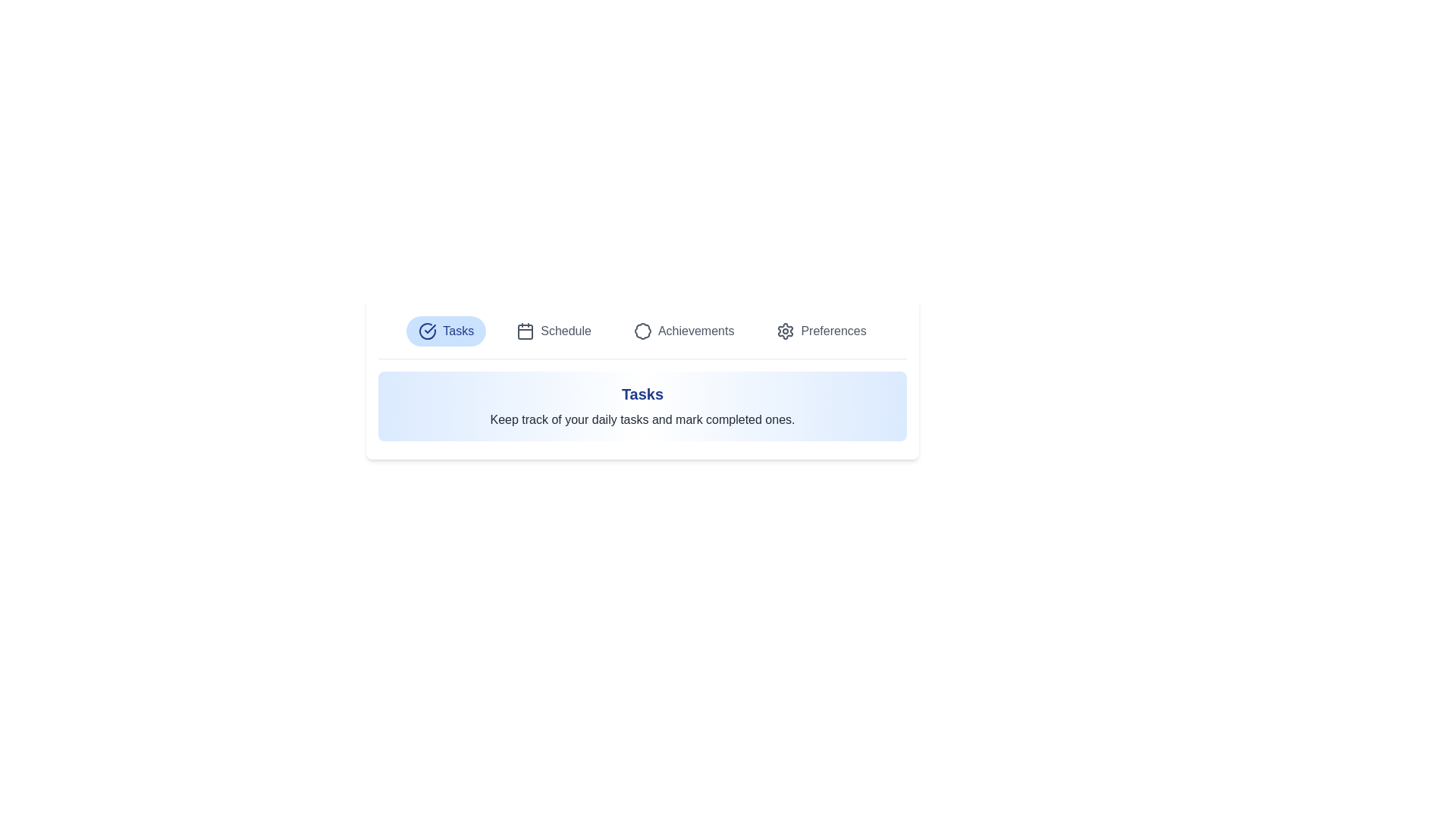 Image resolution: width=1456 pixels, height=819 pixels. Describe the element at coordinates (683, 330) in the screenshot. I see `the 'Achievements' button in the horizontal navigation menu` at that location.